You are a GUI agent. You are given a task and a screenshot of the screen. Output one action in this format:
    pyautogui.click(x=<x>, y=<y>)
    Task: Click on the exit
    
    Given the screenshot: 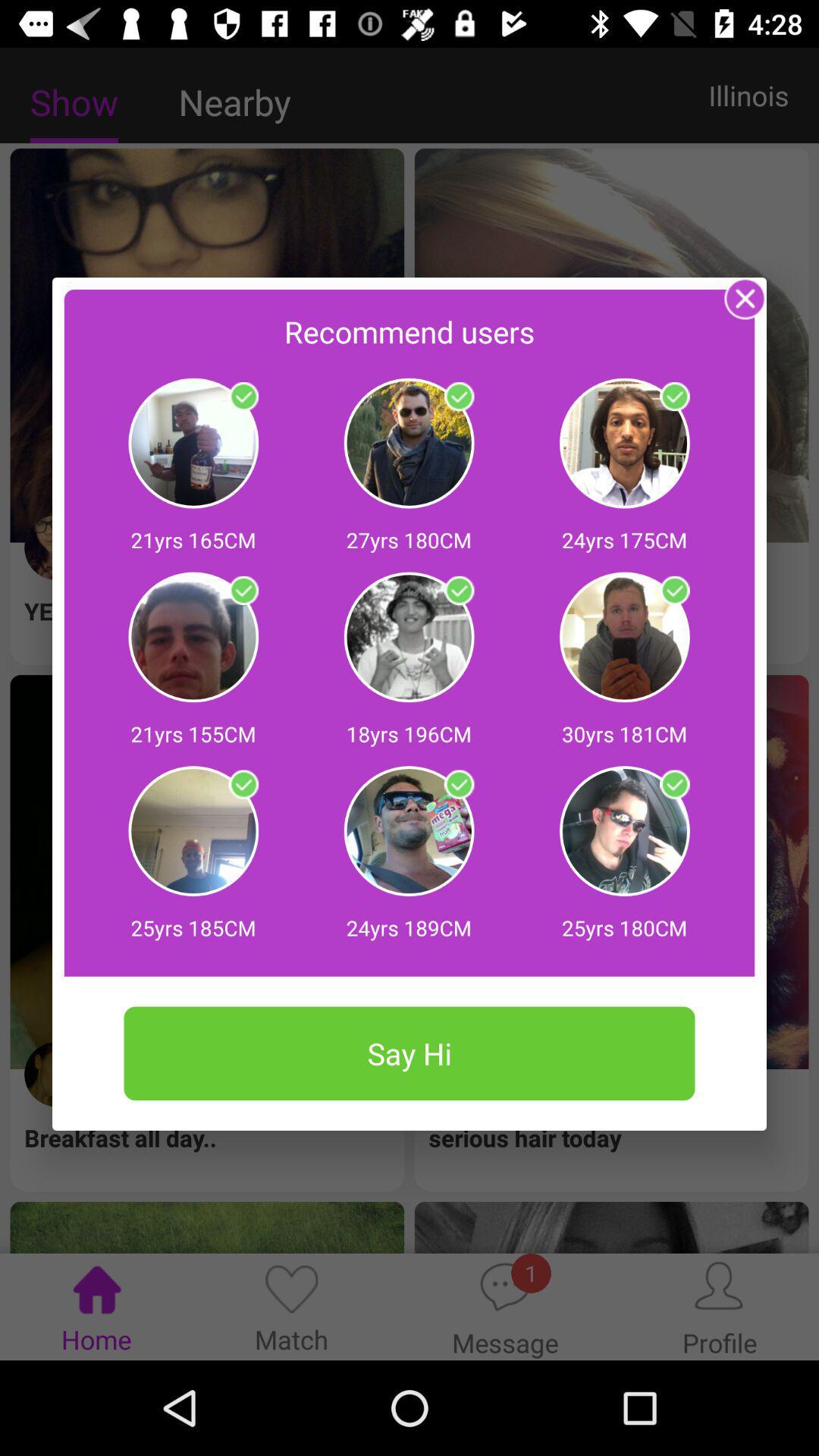 What is the action you would take?
    pyautogui.click(x=745, y=298)
    